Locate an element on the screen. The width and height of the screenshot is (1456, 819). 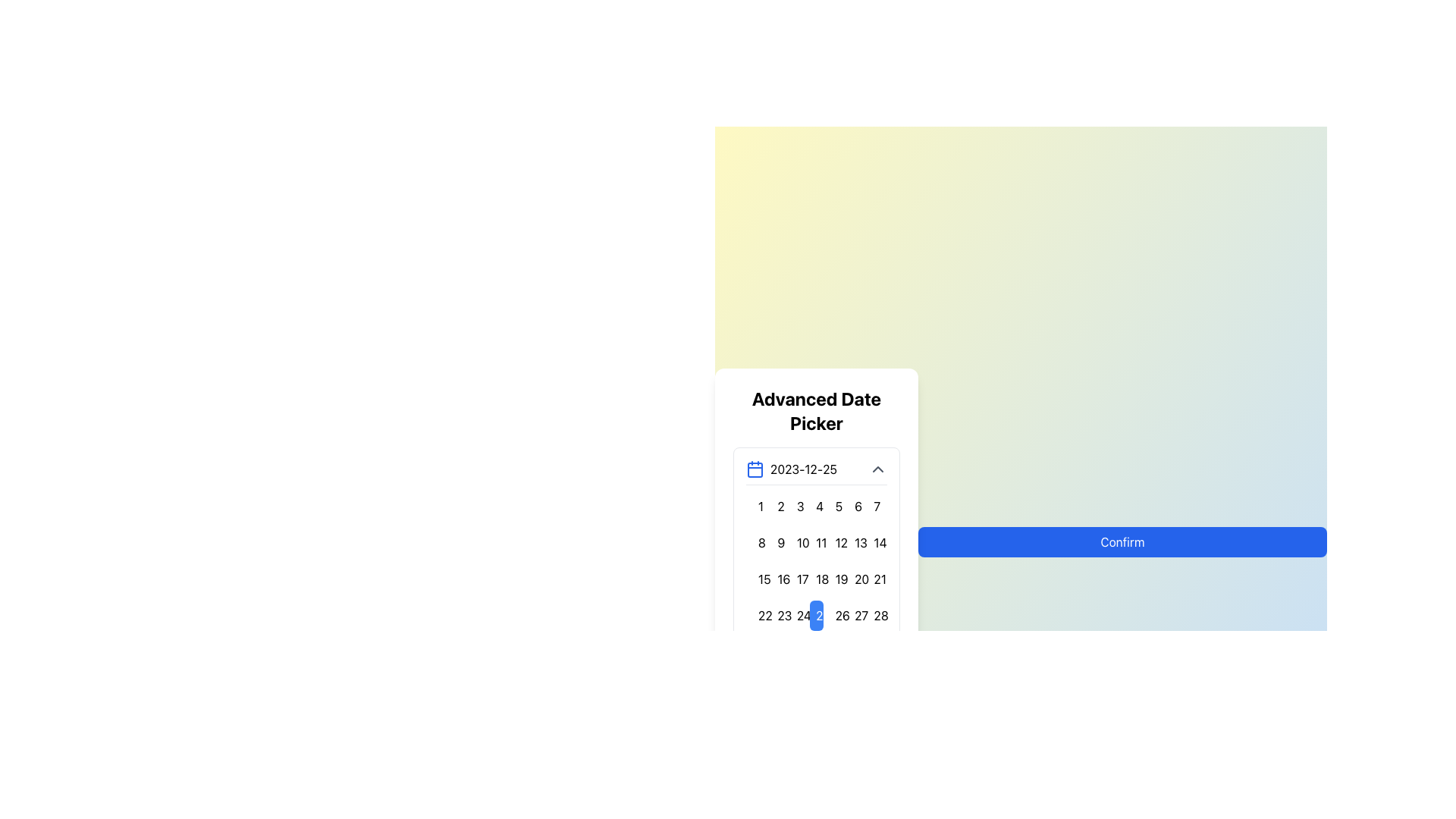
the button that allows the user to select the 16th day in the calendar month is located at coordinates (778, 579).